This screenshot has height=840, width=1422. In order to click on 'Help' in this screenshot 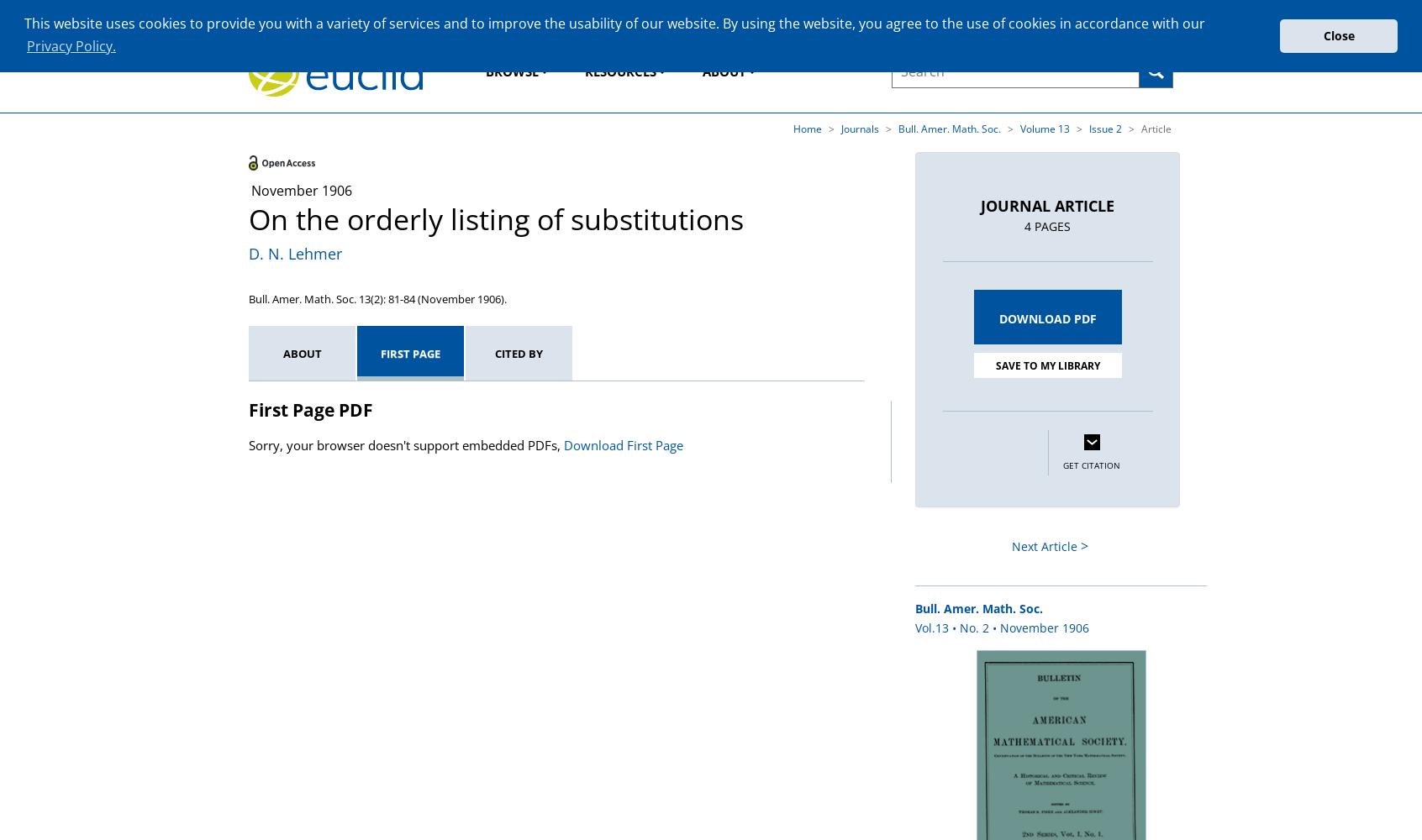, I will do `click(1161, 14)`.